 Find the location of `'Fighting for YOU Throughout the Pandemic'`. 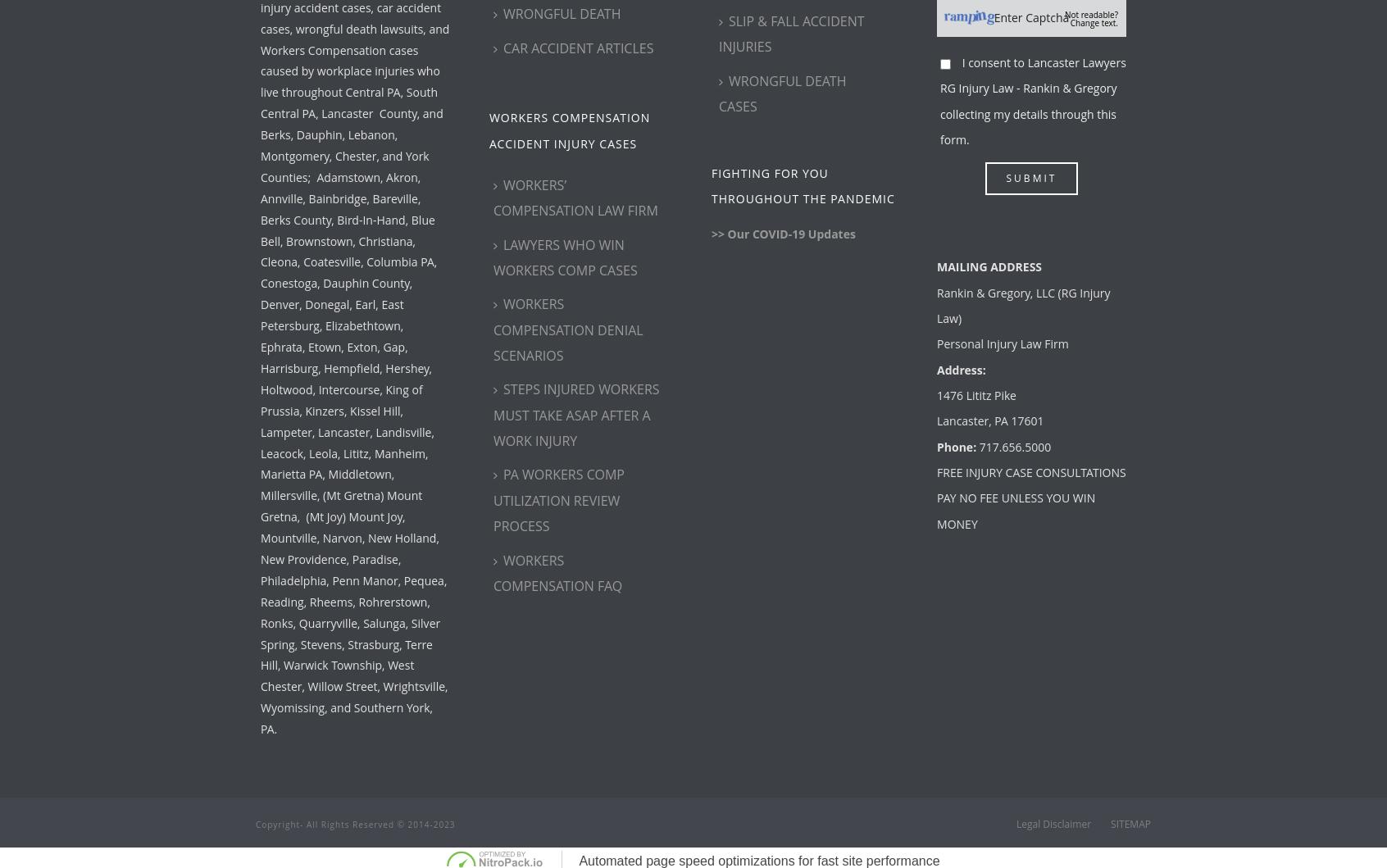

'Fighting for YOU Throughout the Pandemic' is located at coordinates (710, 184).